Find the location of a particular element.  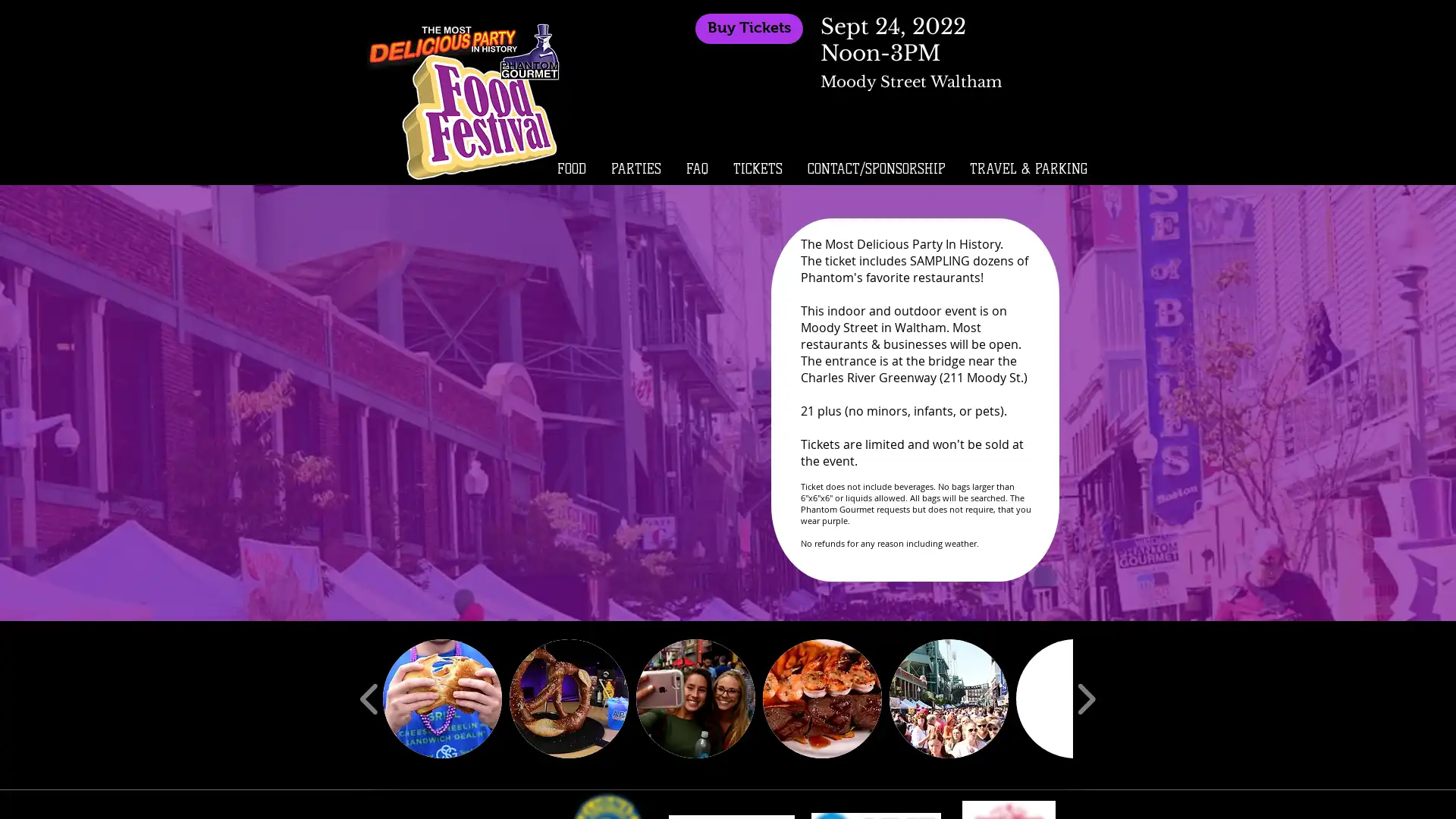

play forward is located at coordinates (1085, 698).